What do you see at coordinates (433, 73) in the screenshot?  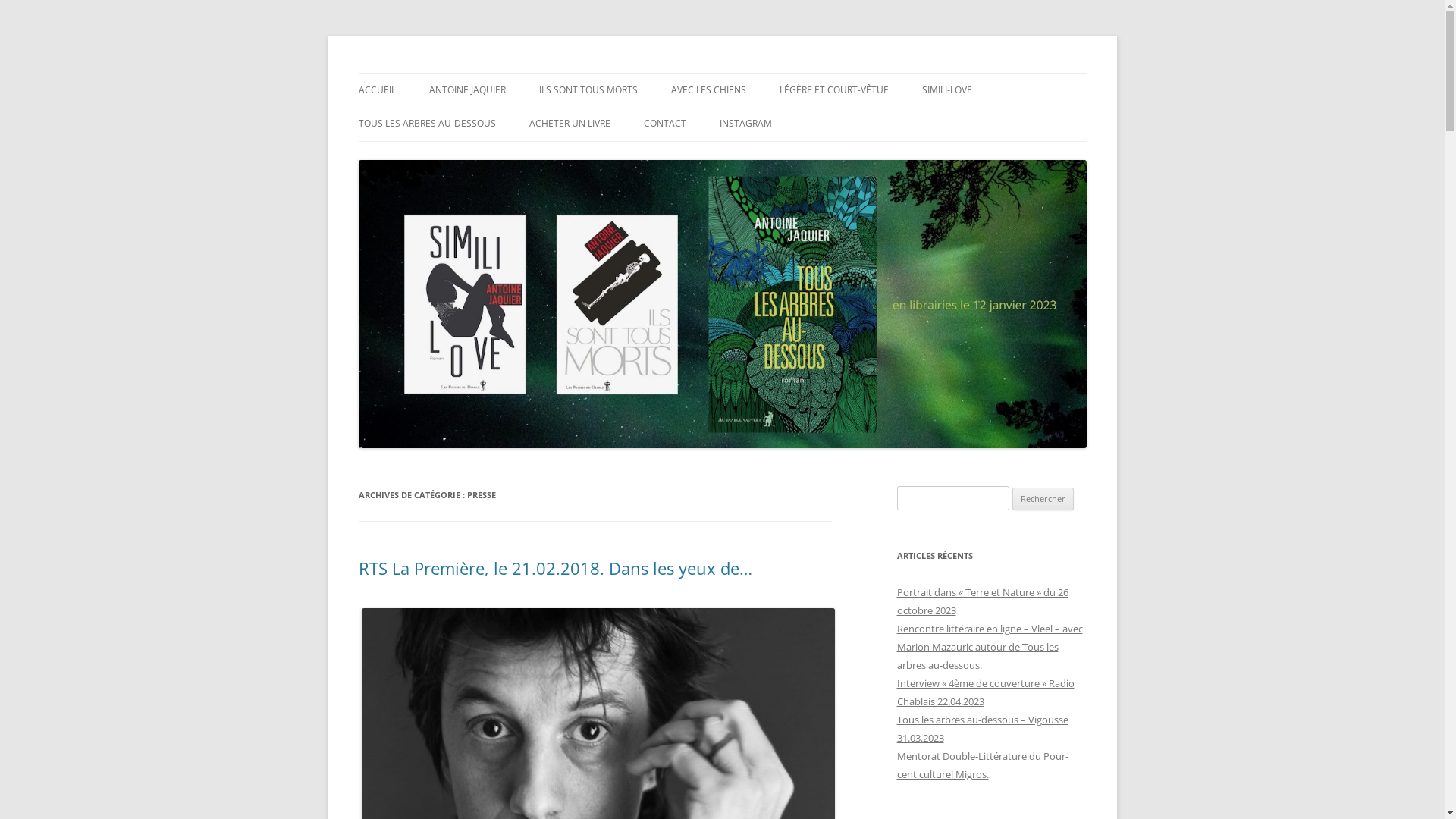 I see `'Antoine Jaquier'` at bounding box center [433, 73].